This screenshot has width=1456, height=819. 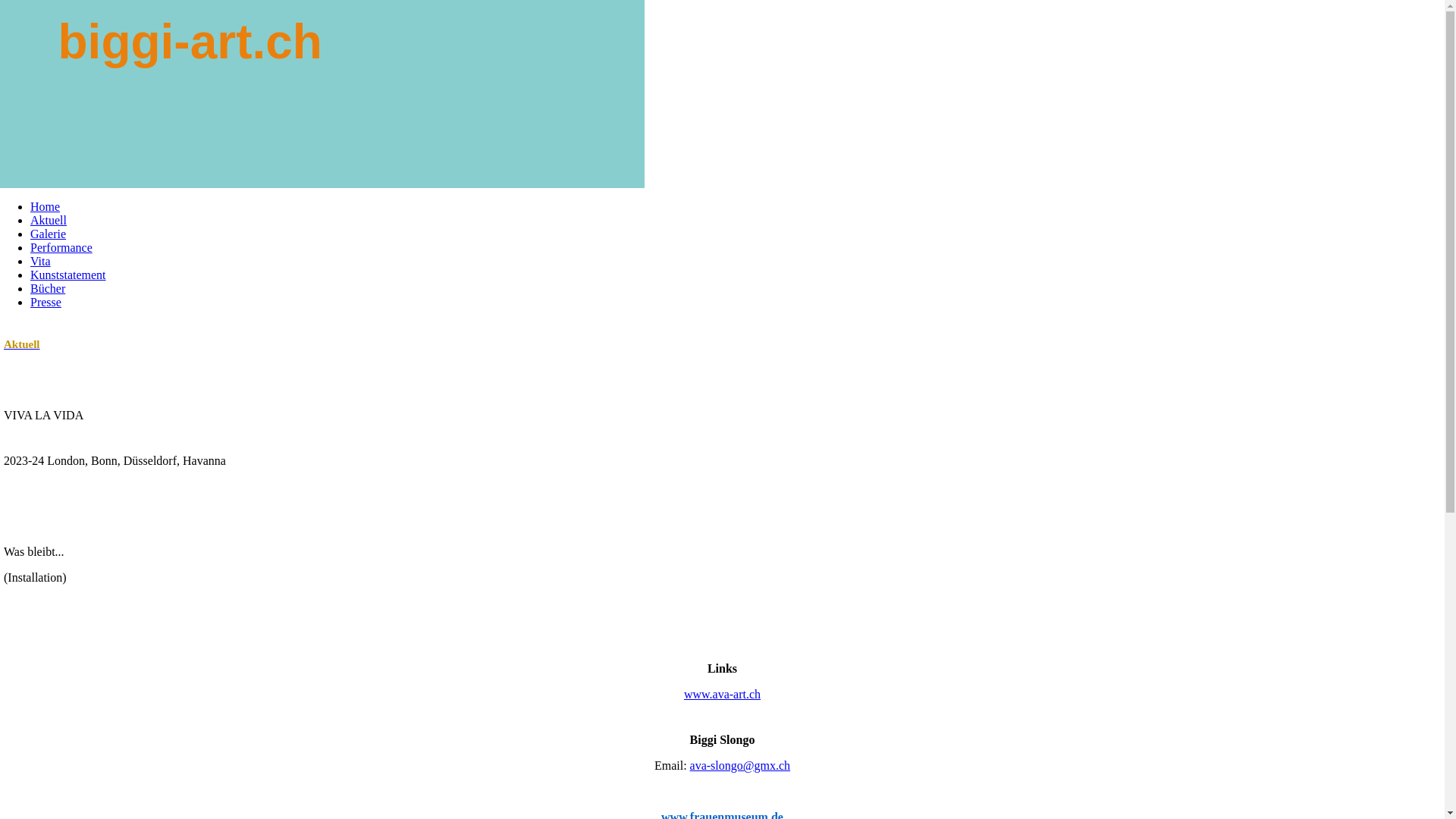 I want to click on 'www.ava-art.ch', so click(x=721, y=694).